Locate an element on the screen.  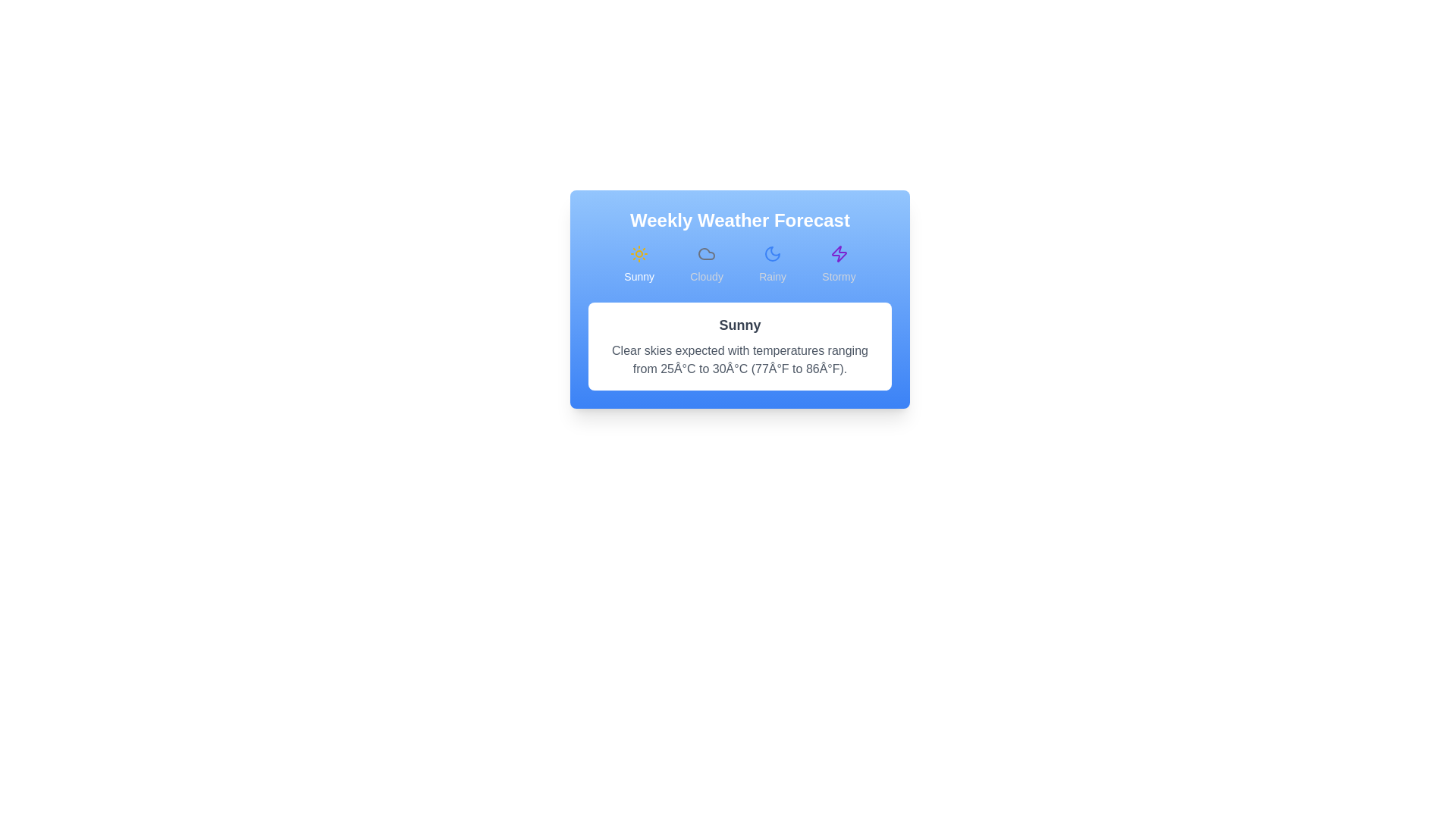
the Stormy forecast tab by clicking on its button is located at coordinates (838, 263).